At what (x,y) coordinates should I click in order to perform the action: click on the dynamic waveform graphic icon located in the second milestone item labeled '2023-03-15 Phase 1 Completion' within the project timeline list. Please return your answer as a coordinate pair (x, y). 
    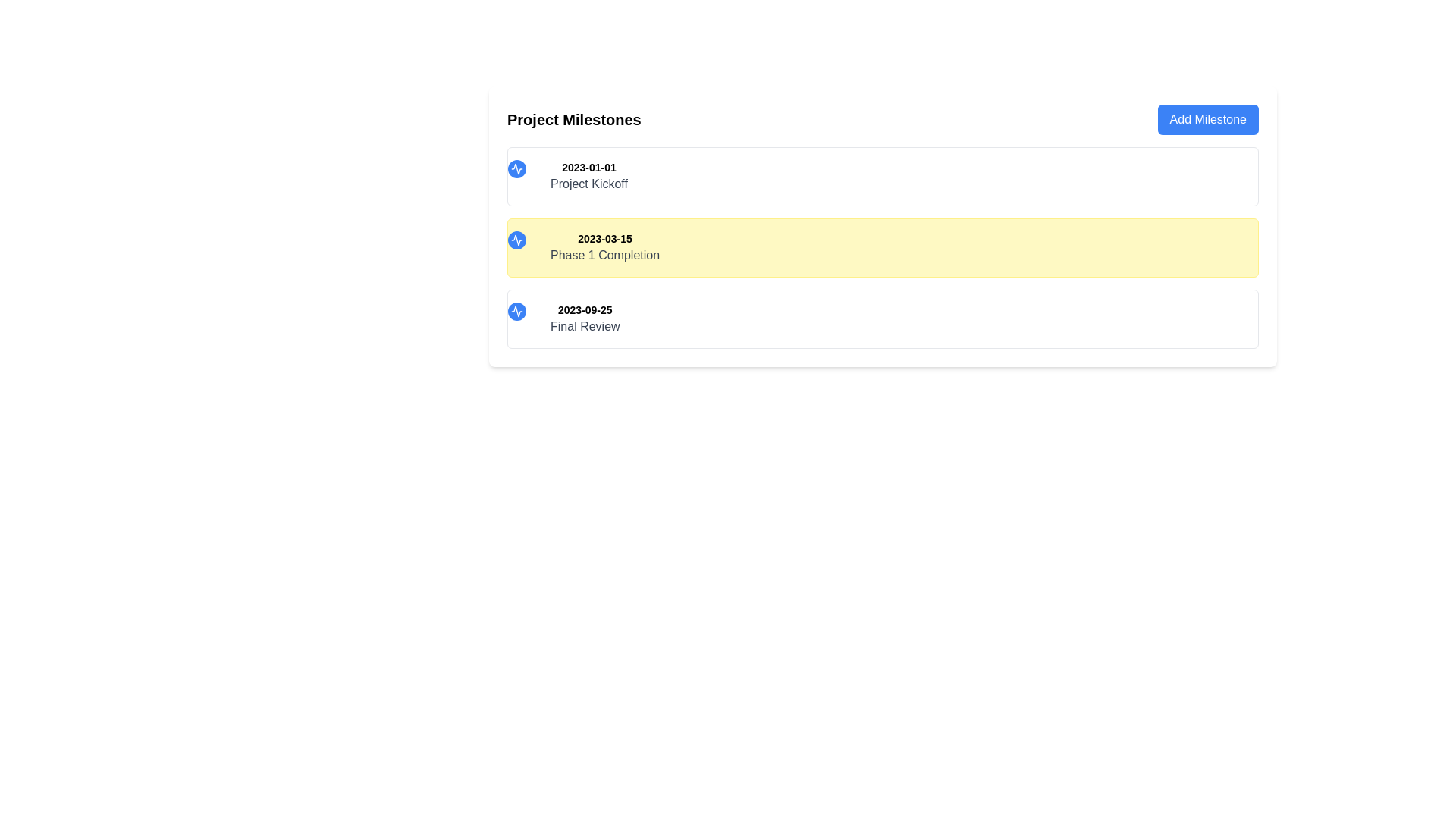
    Looking at the image, I should click on (516, 239).